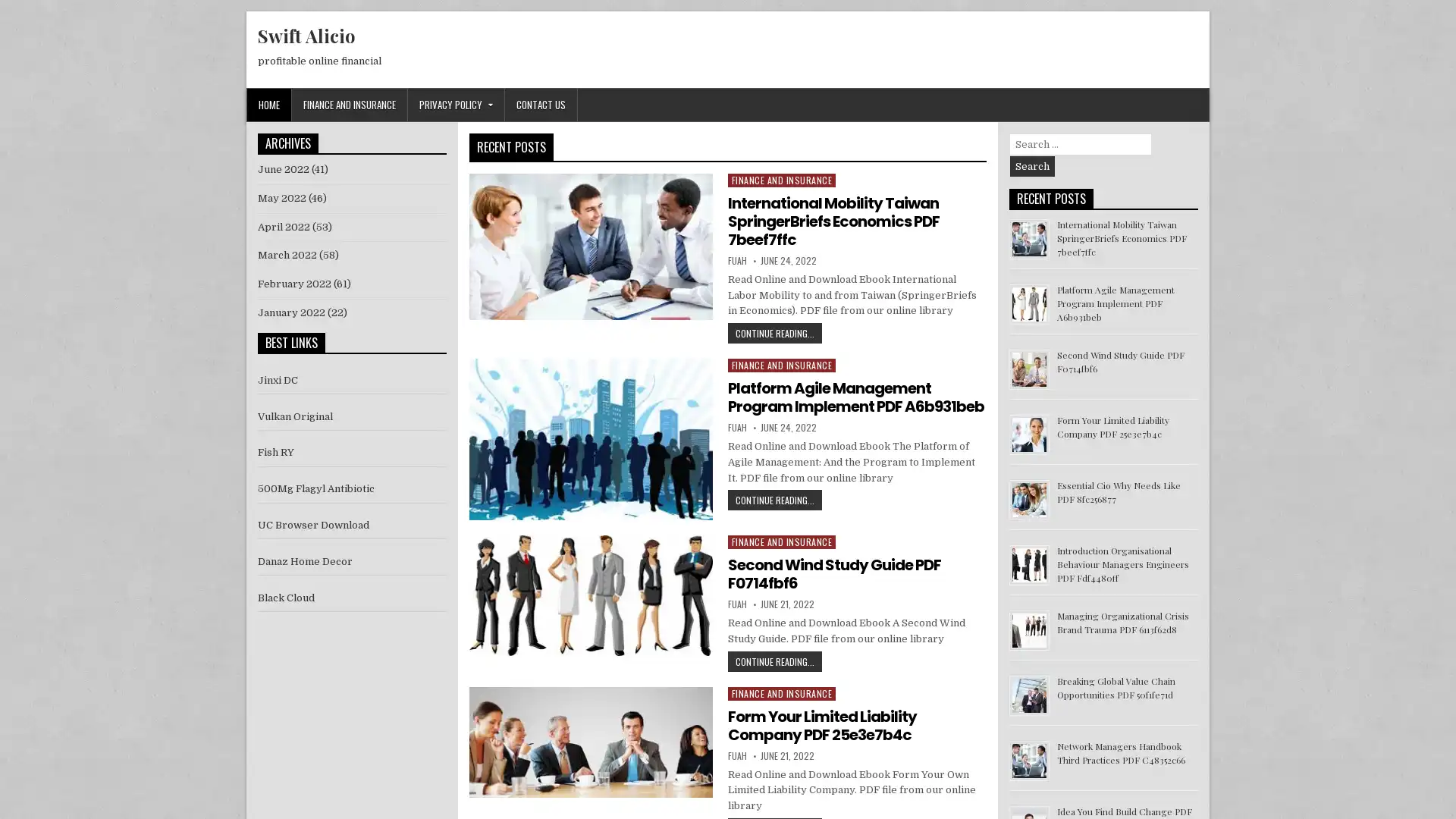  I want to click on Search, so click(1031, 166).